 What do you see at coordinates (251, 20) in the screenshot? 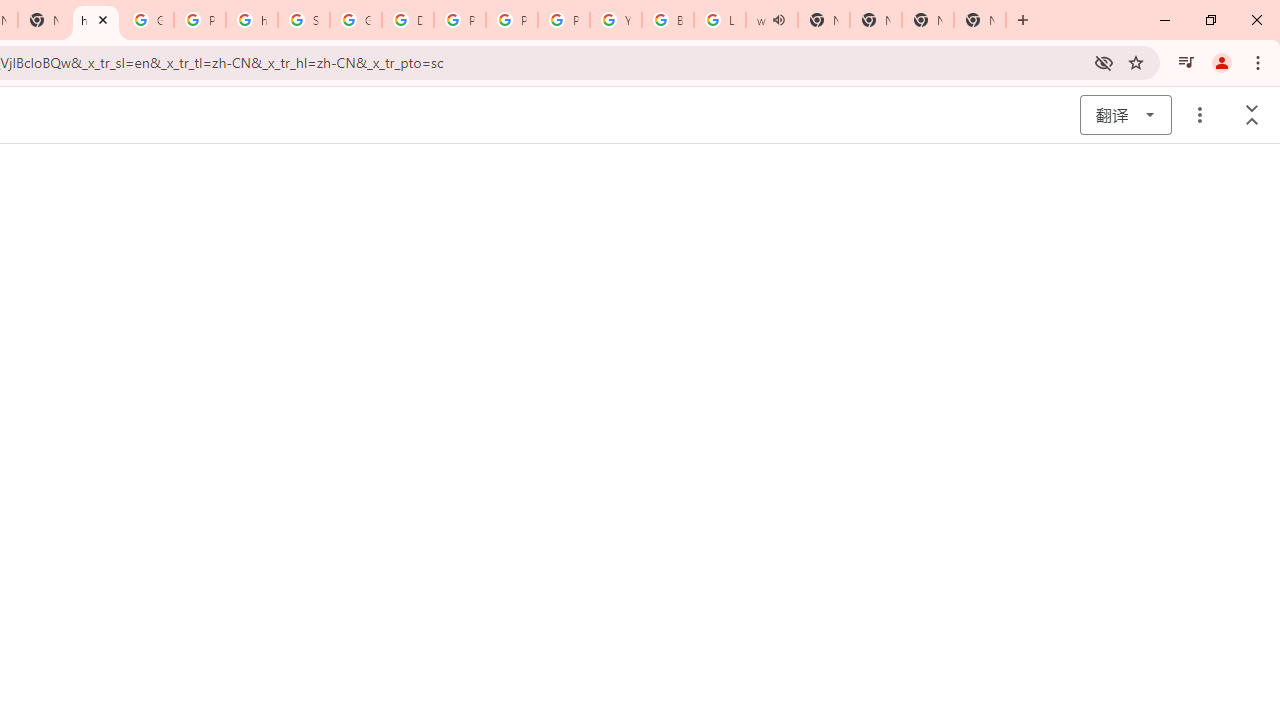
I see `'https://scholar.google.com/'` at bounding box center [251, 20].